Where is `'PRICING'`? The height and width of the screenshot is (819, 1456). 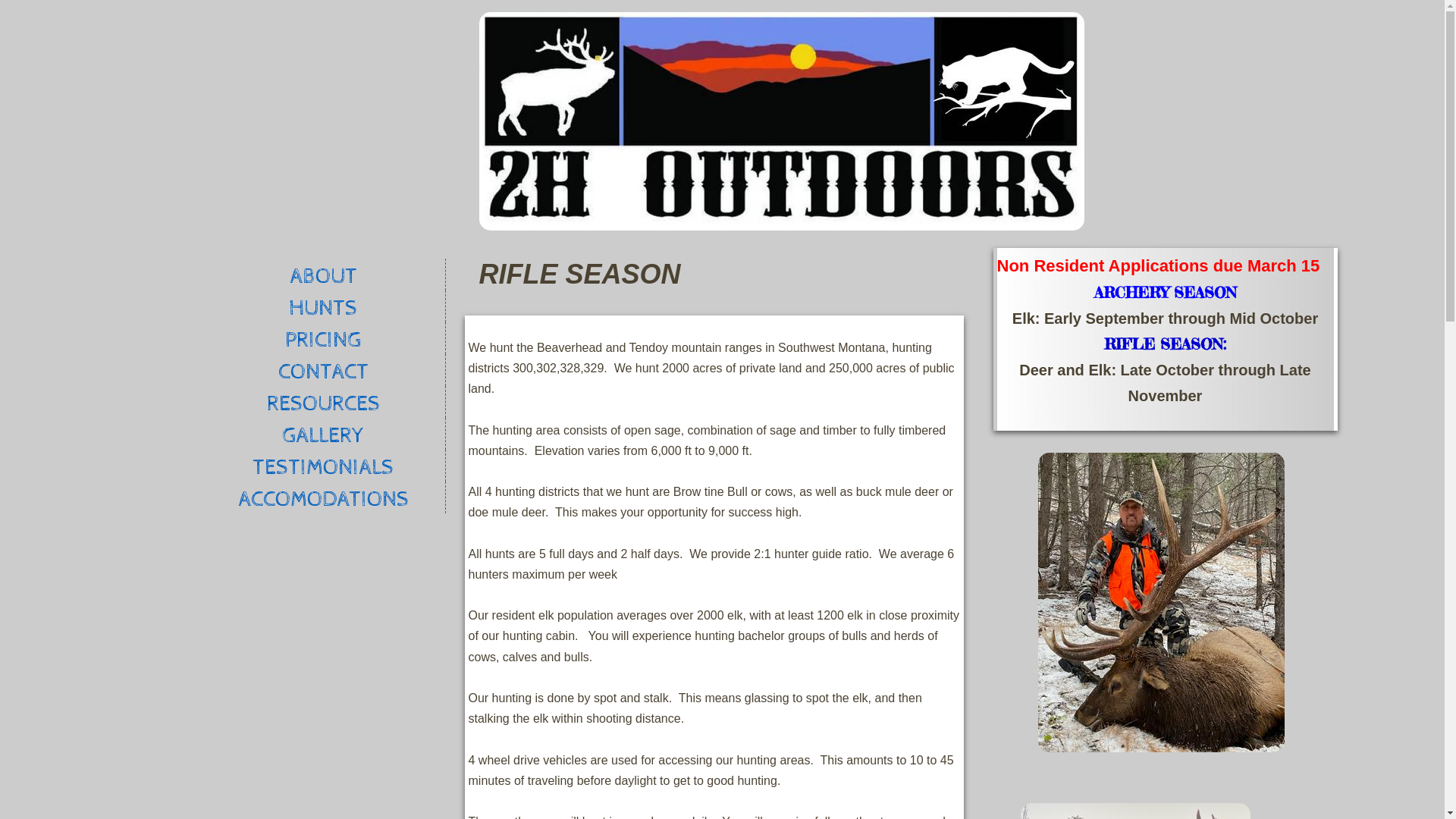
'PRICING' is located at coordinates (200, 337).